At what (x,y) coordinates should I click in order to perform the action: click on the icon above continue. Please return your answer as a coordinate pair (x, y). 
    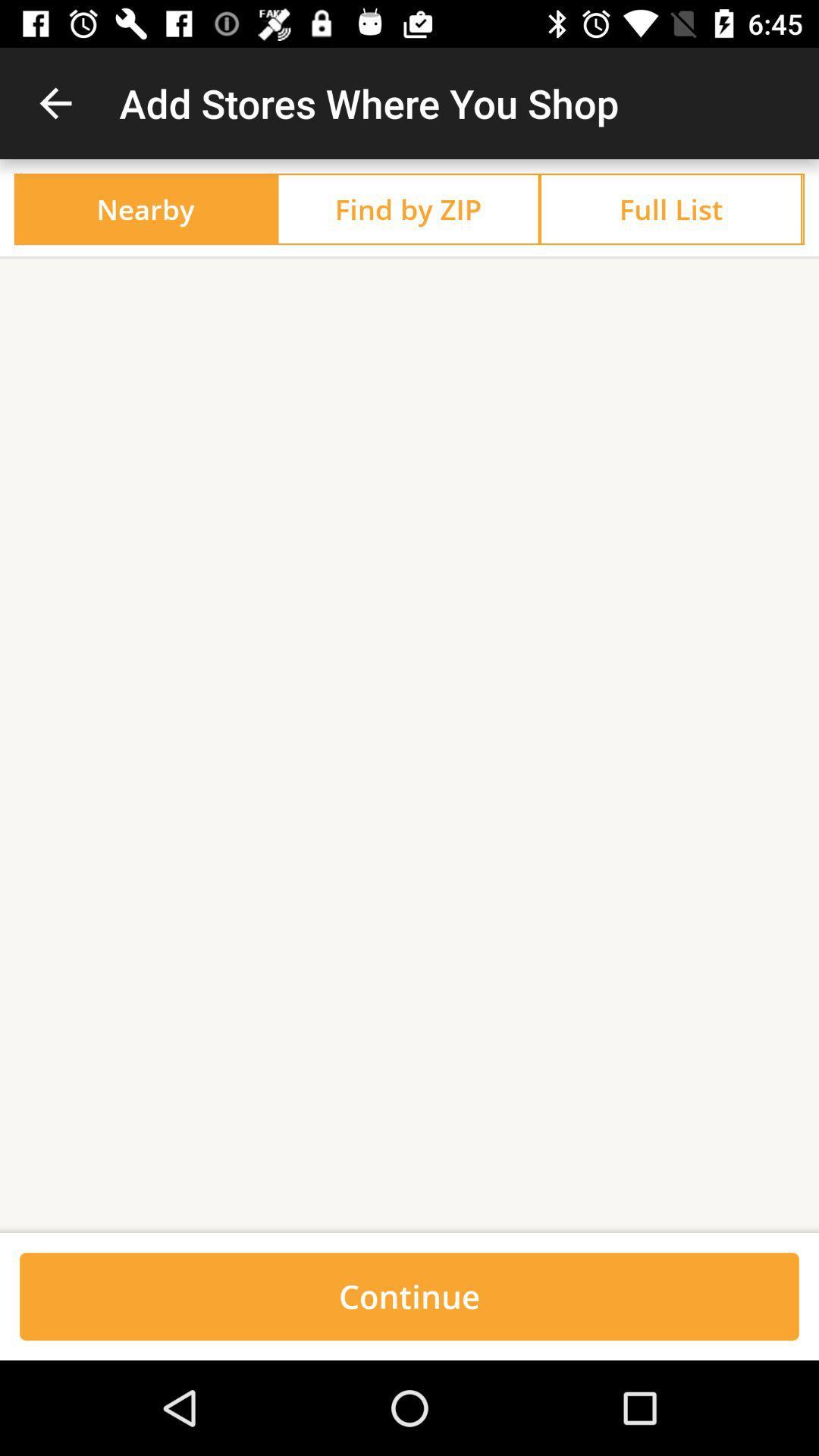
    Looking at the image, I should click on (409, 745).